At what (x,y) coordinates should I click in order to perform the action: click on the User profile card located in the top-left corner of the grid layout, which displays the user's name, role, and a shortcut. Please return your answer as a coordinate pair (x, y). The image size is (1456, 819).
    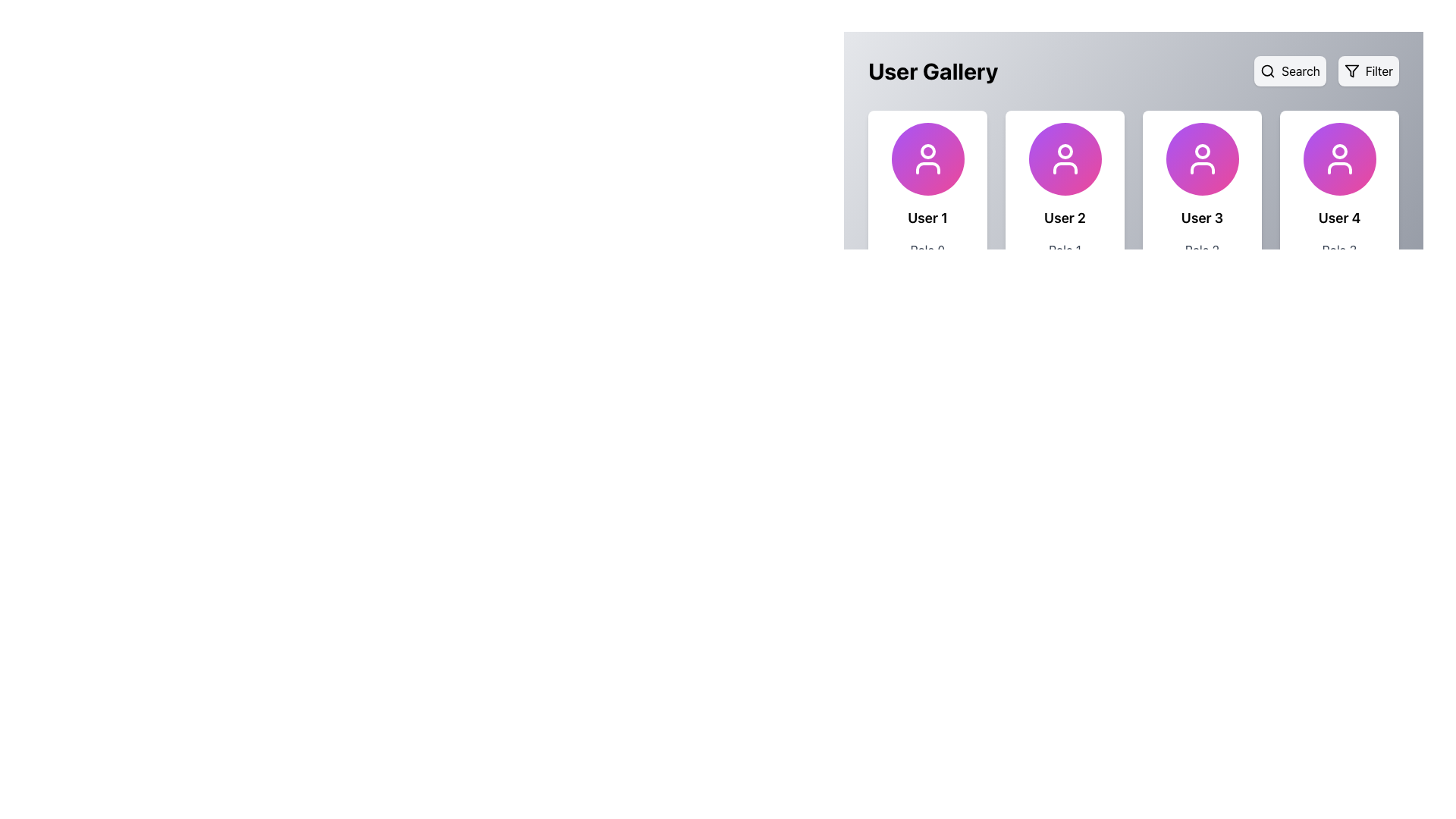
    Looking at the image, I should click on (927, 221).